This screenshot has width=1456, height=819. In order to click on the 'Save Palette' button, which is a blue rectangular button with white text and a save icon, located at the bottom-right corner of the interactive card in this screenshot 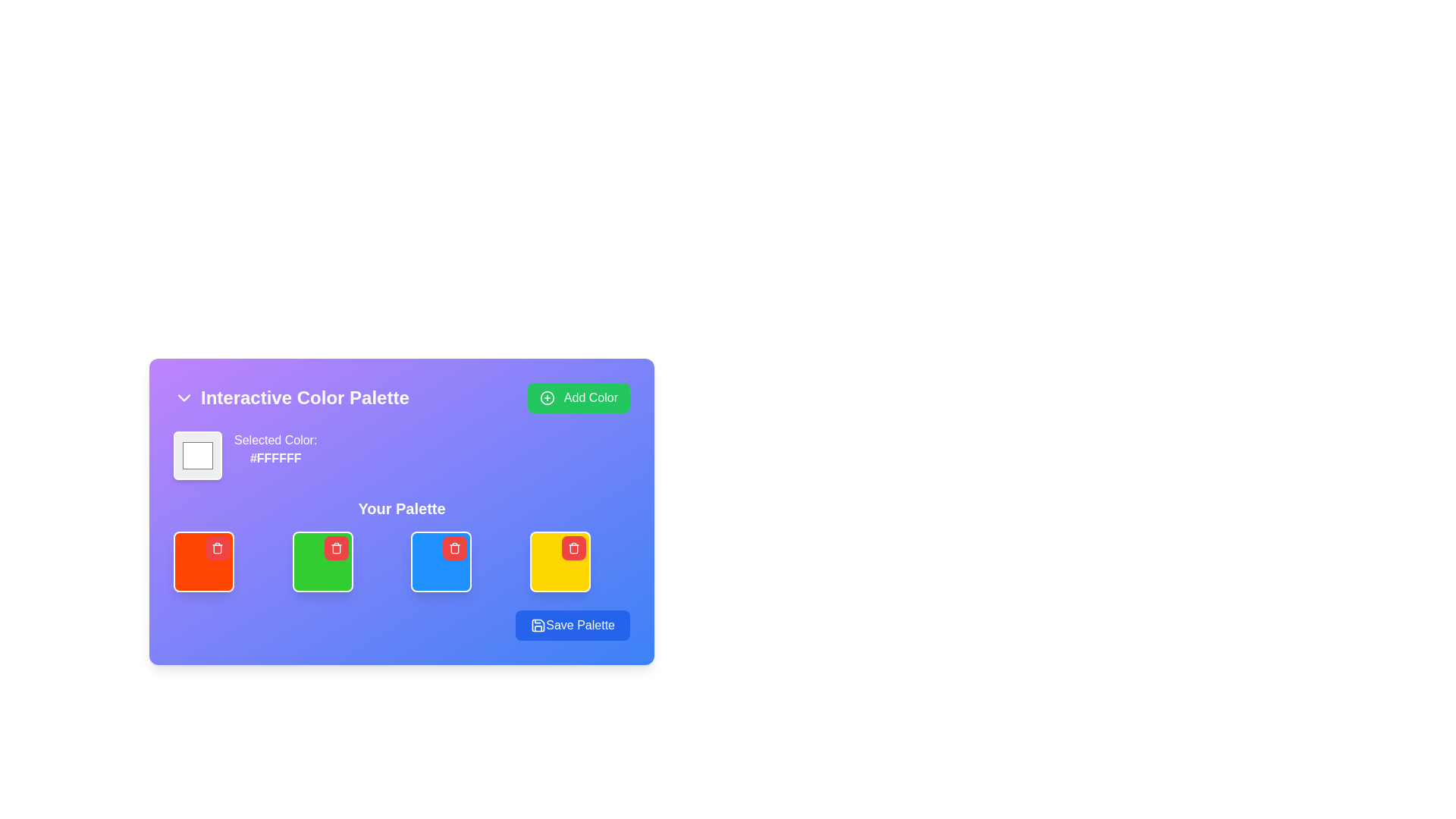, I will do `click(572, 626)`.